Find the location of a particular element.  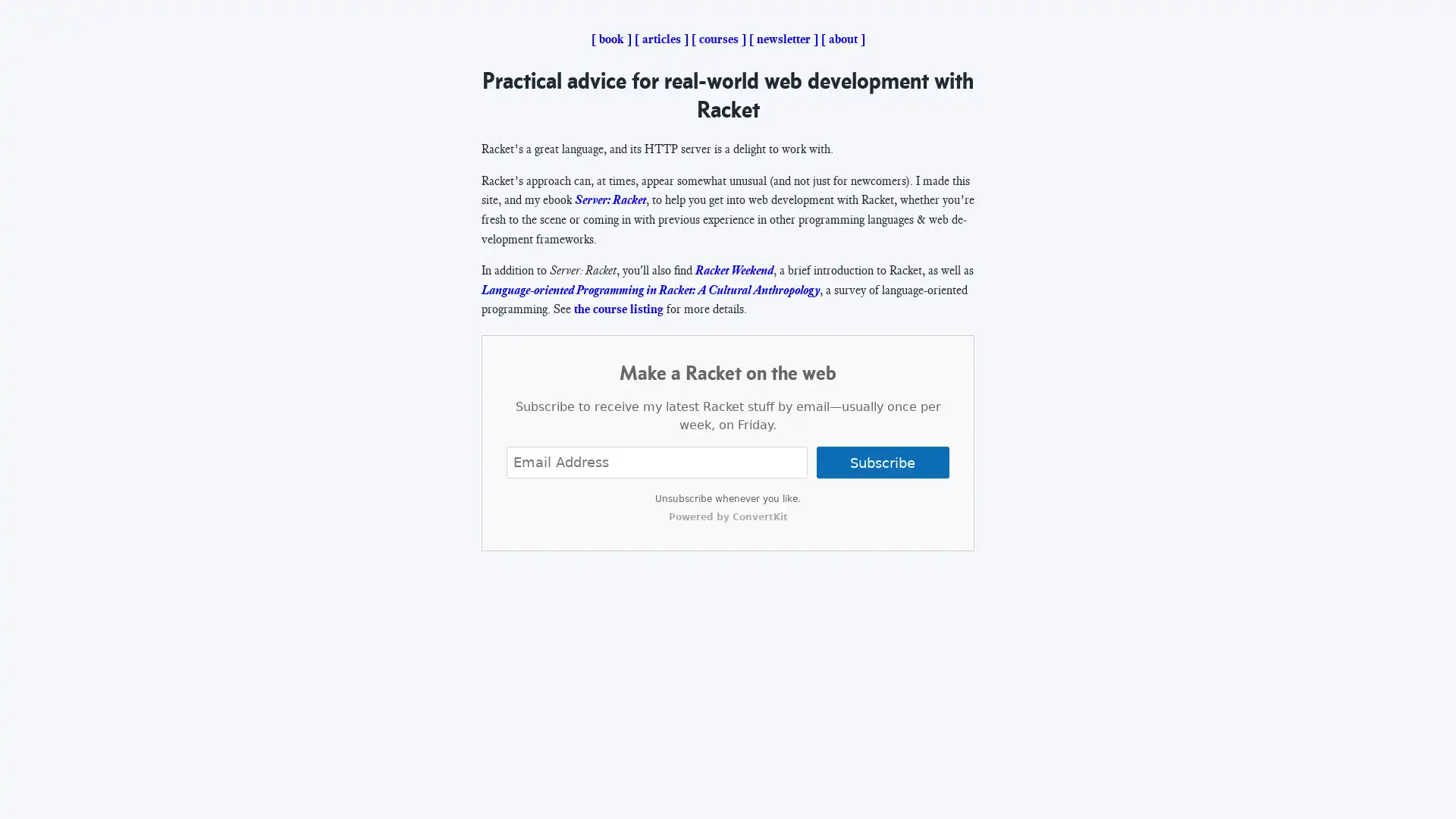

Subscribe is located at coordinates (882, 461).